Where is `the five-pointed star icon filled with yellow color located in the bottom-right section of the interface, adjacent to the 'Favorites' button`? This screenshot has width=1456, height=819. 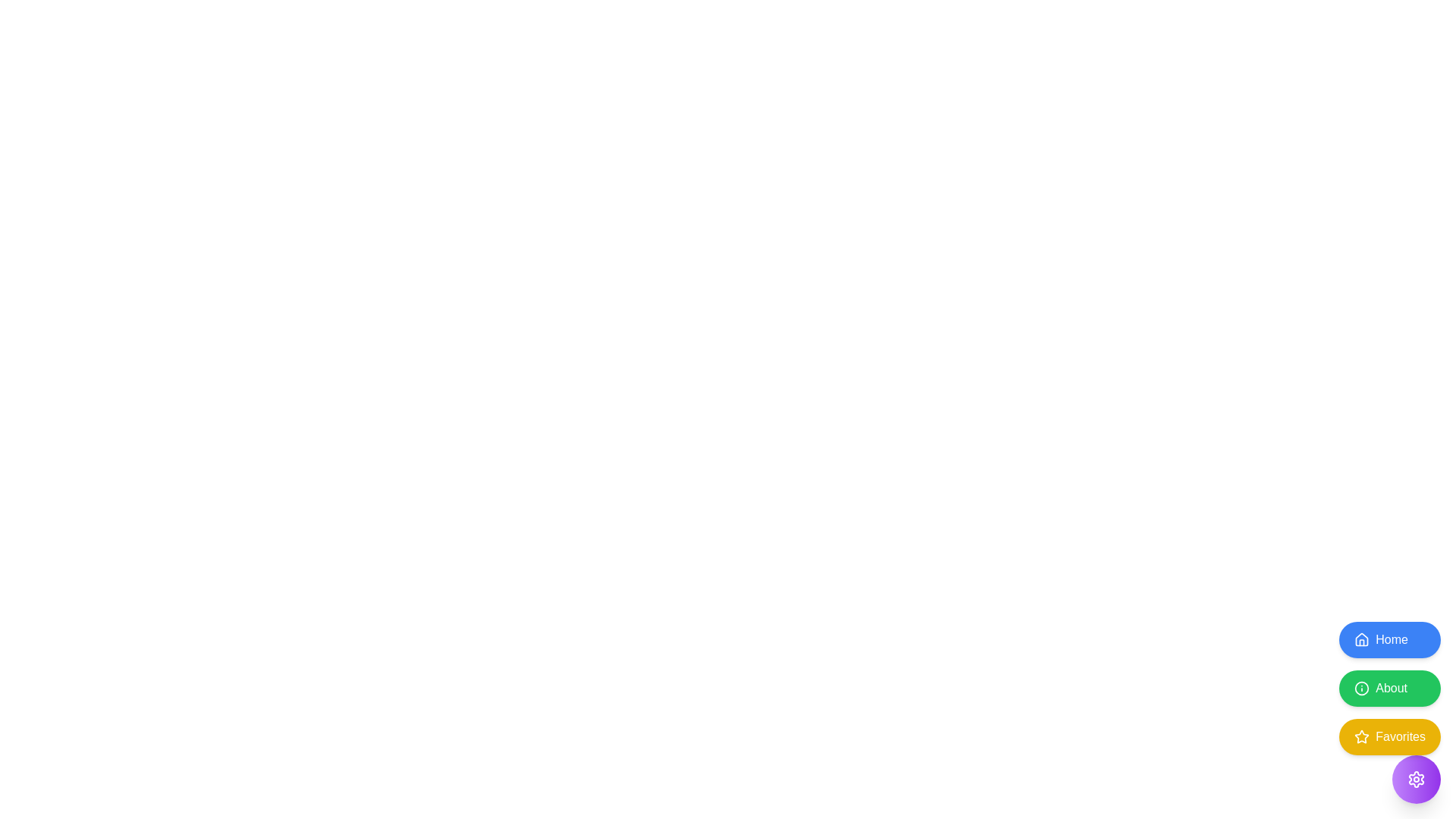
the five-pointed star icon filled with yellow color located in the bottom-right section of the interface, adjacent to the 'Favorites' button is located at coordinates (1362, 736).